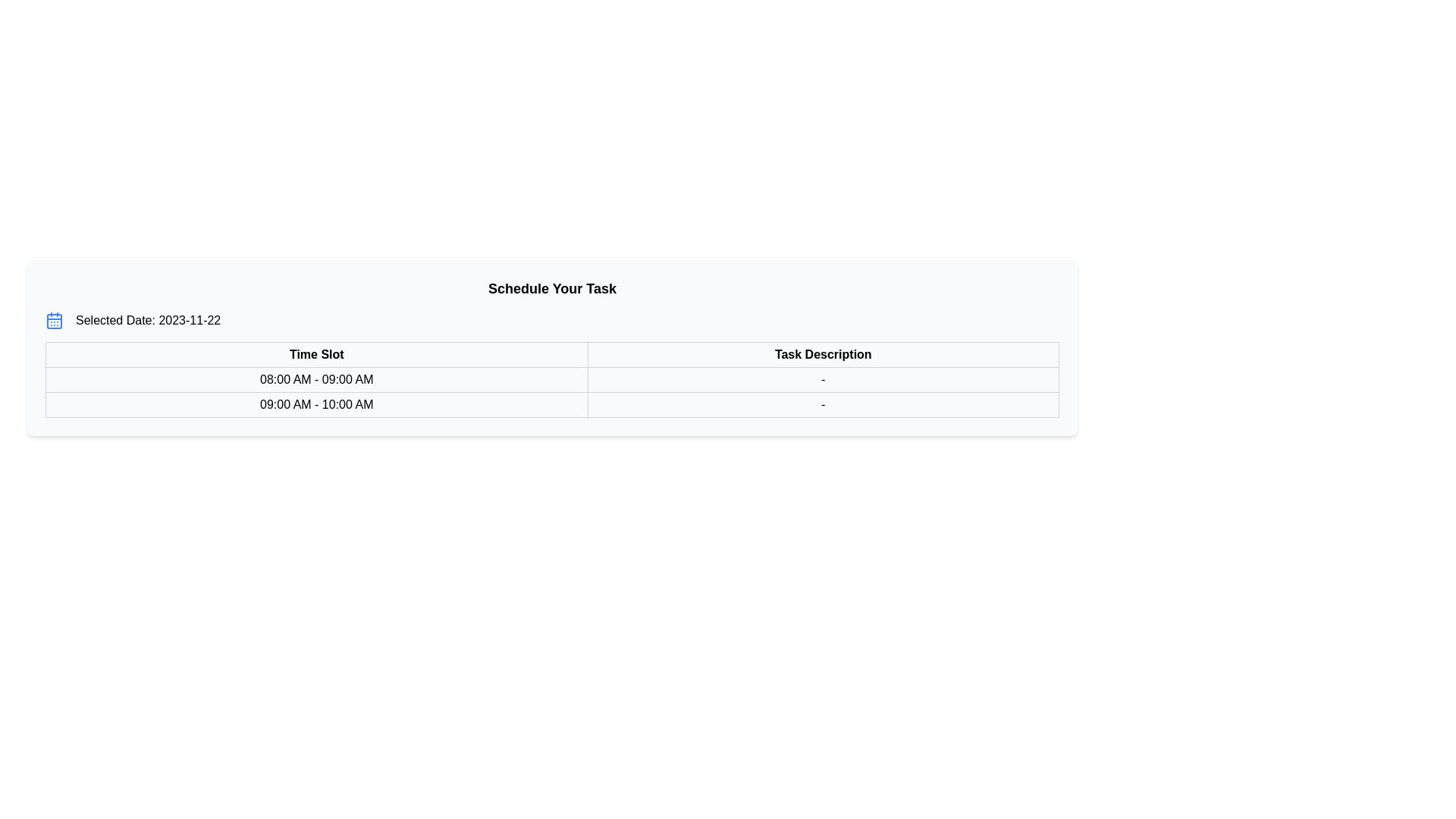 The height and width of the screenshot is (819, 1456). What do you see at coordinates (315, 403) in the screenshot?
I see `the text label displaying the time interval '09:00 AM - 10:00 AM' located in the second row of the 'Time Slot' table` at bounding box center [315, 403].